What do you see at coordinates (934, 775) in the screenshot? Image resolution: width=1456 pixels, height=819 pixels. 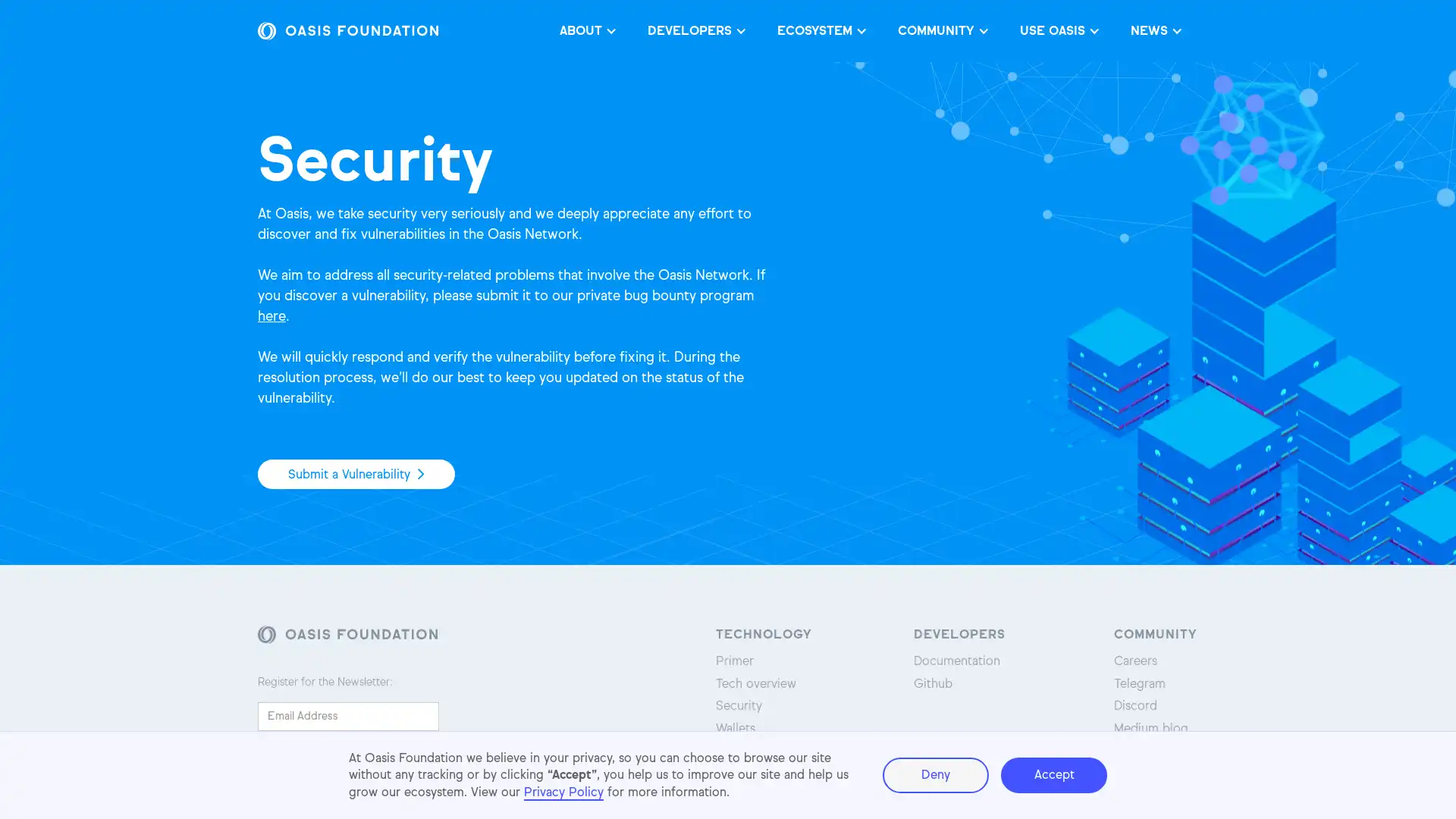 I see `Deny` at bounding box center [934, 775].